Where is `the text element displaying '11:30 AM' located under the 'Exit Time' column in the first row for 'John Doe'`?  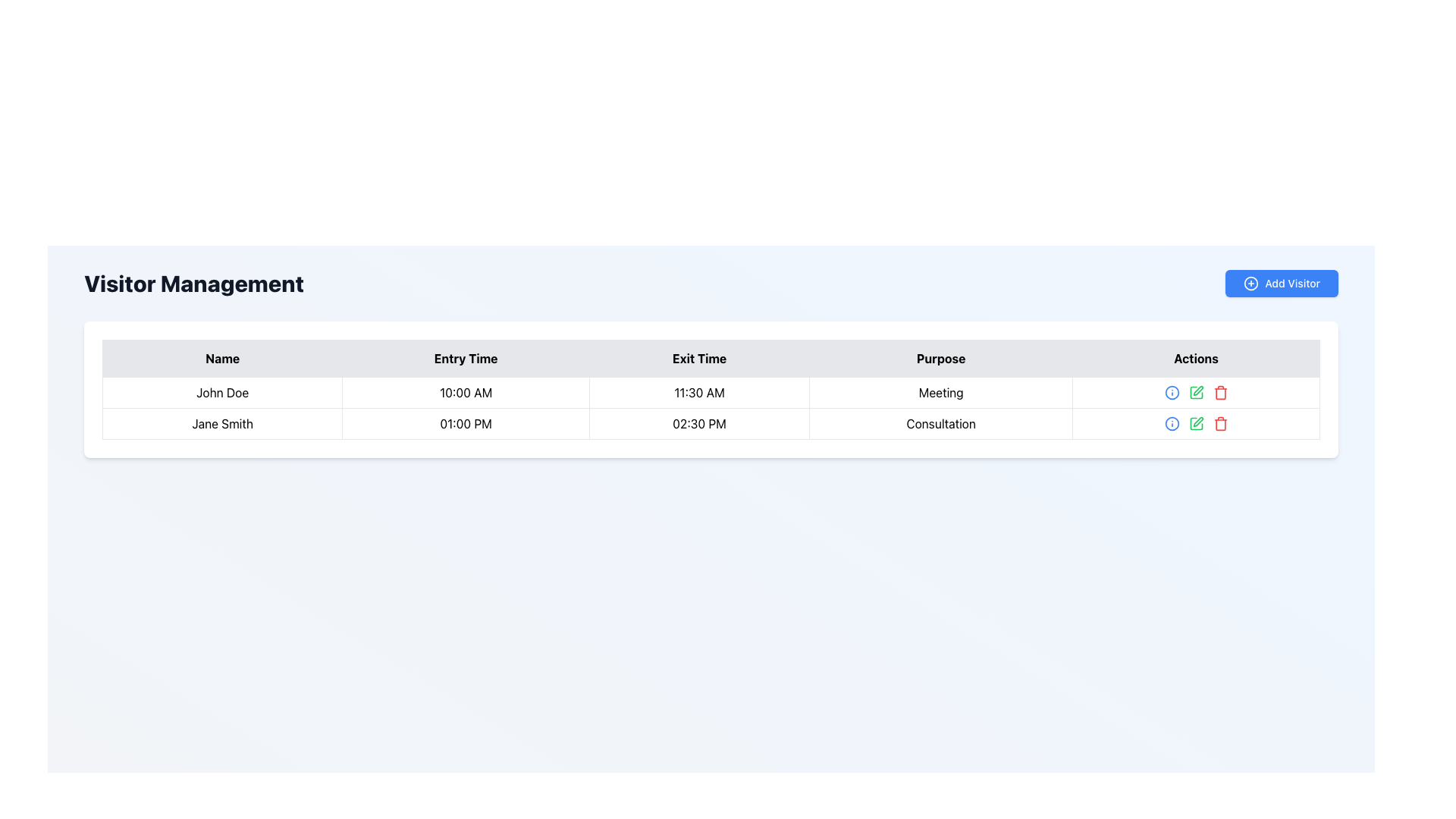 the text element displaying '11:30 AM' located under the 'Exit Time' column in the first row for 'John Doe' is located at coordinates (698, 391).